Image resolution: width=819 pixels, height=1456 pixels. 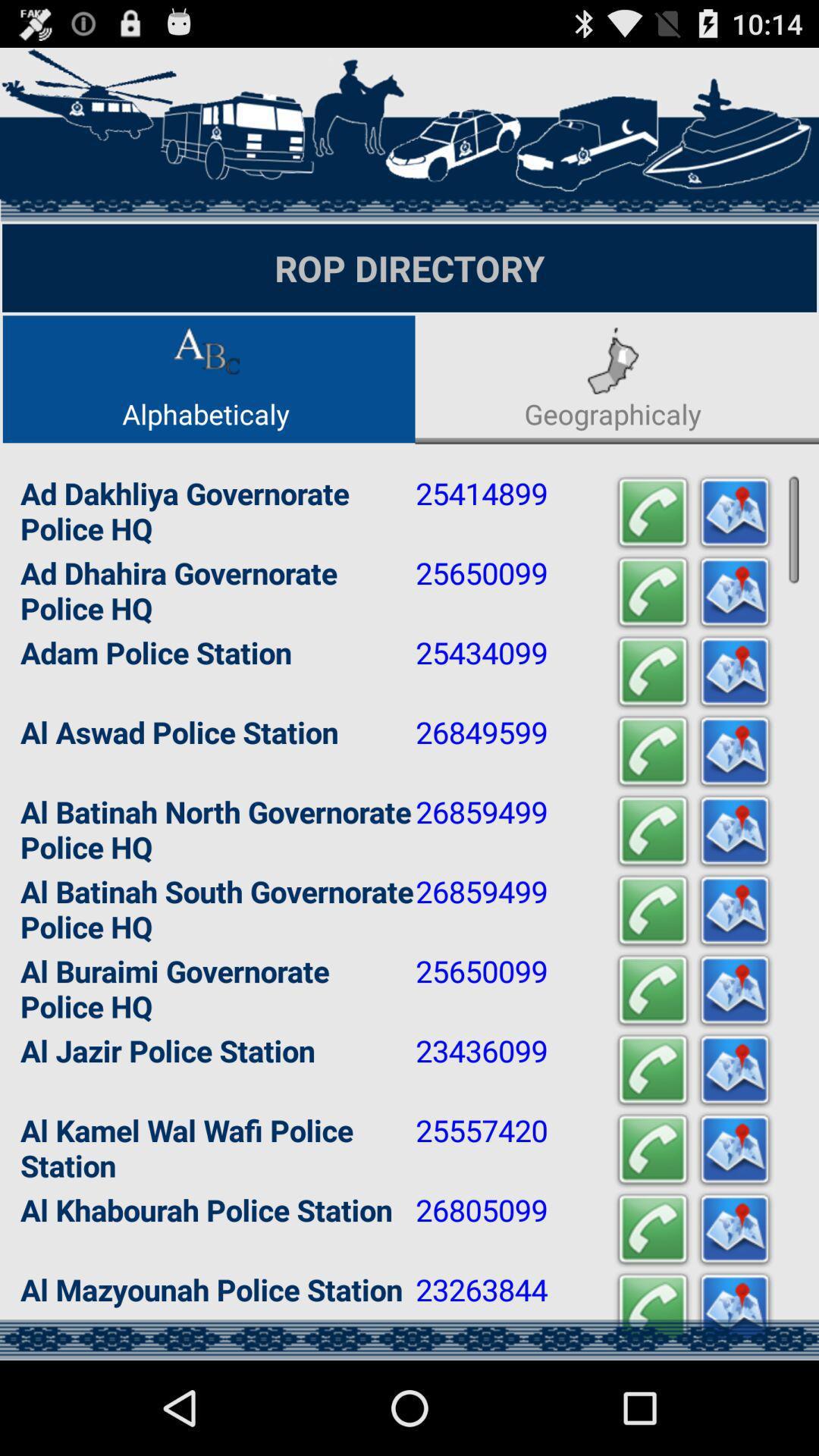 What do you see at coordinates (651, 752) in the screenshot?
I see `call option` at bounding box center [651, 752].